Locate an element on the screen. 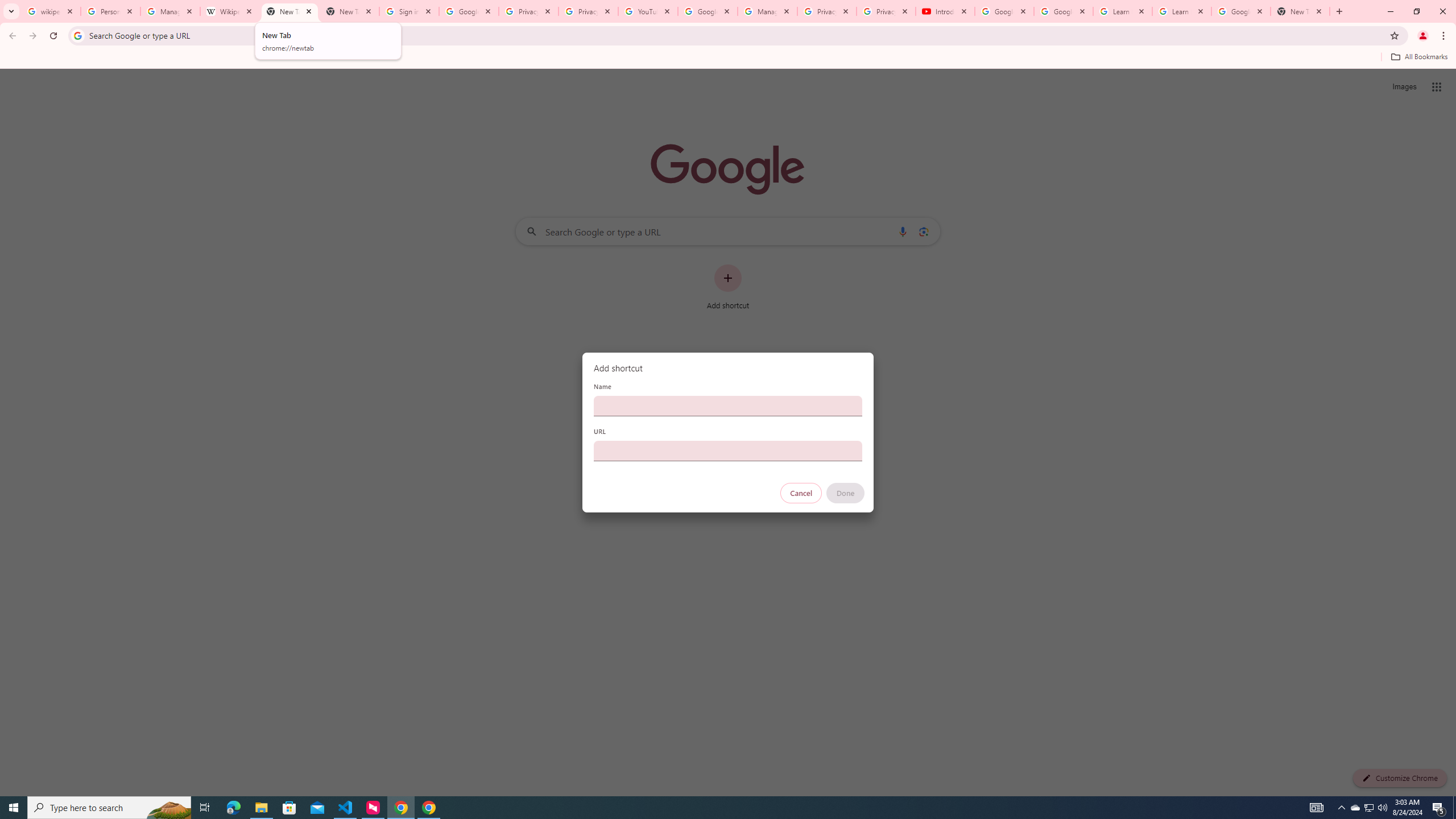 This screenshot has height=819, width=1456. 'New Tab' is located at coordinates (1300, 11).